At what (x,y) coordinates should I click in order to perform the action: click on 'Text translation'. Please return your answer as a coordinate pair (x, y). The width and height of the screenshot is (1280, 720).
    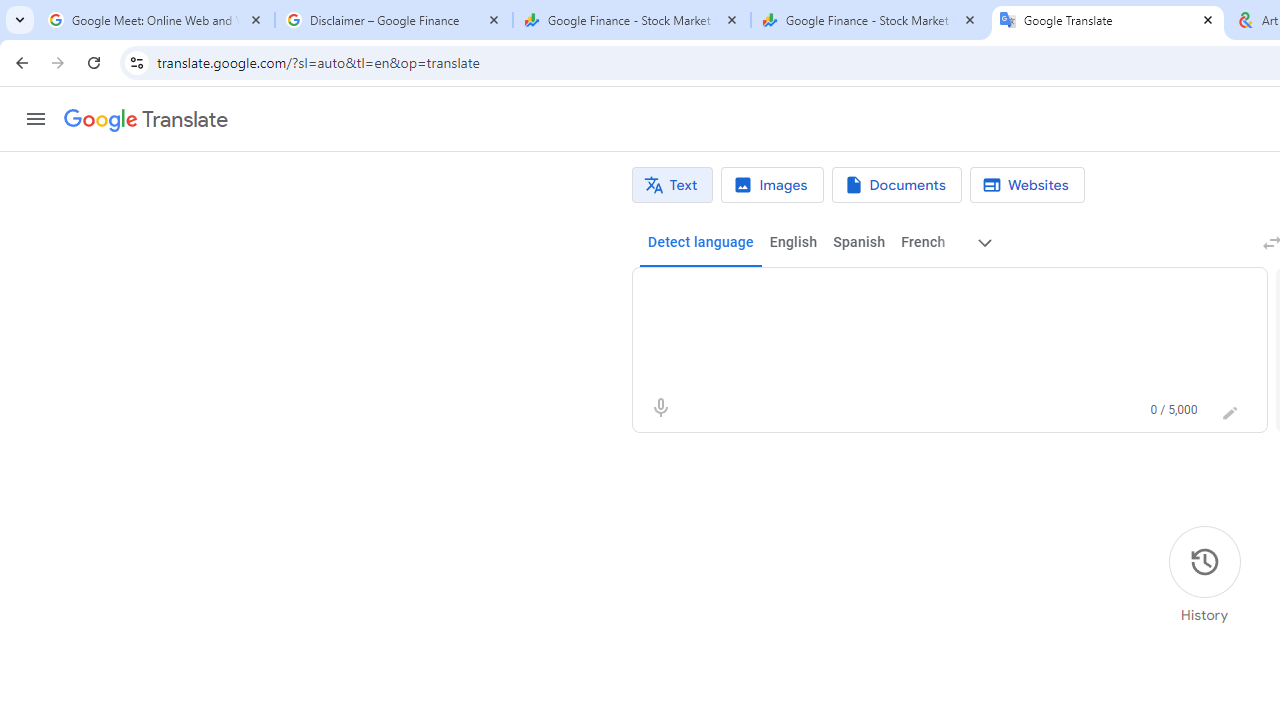
    Looking at the image, I should click on (672, 185).